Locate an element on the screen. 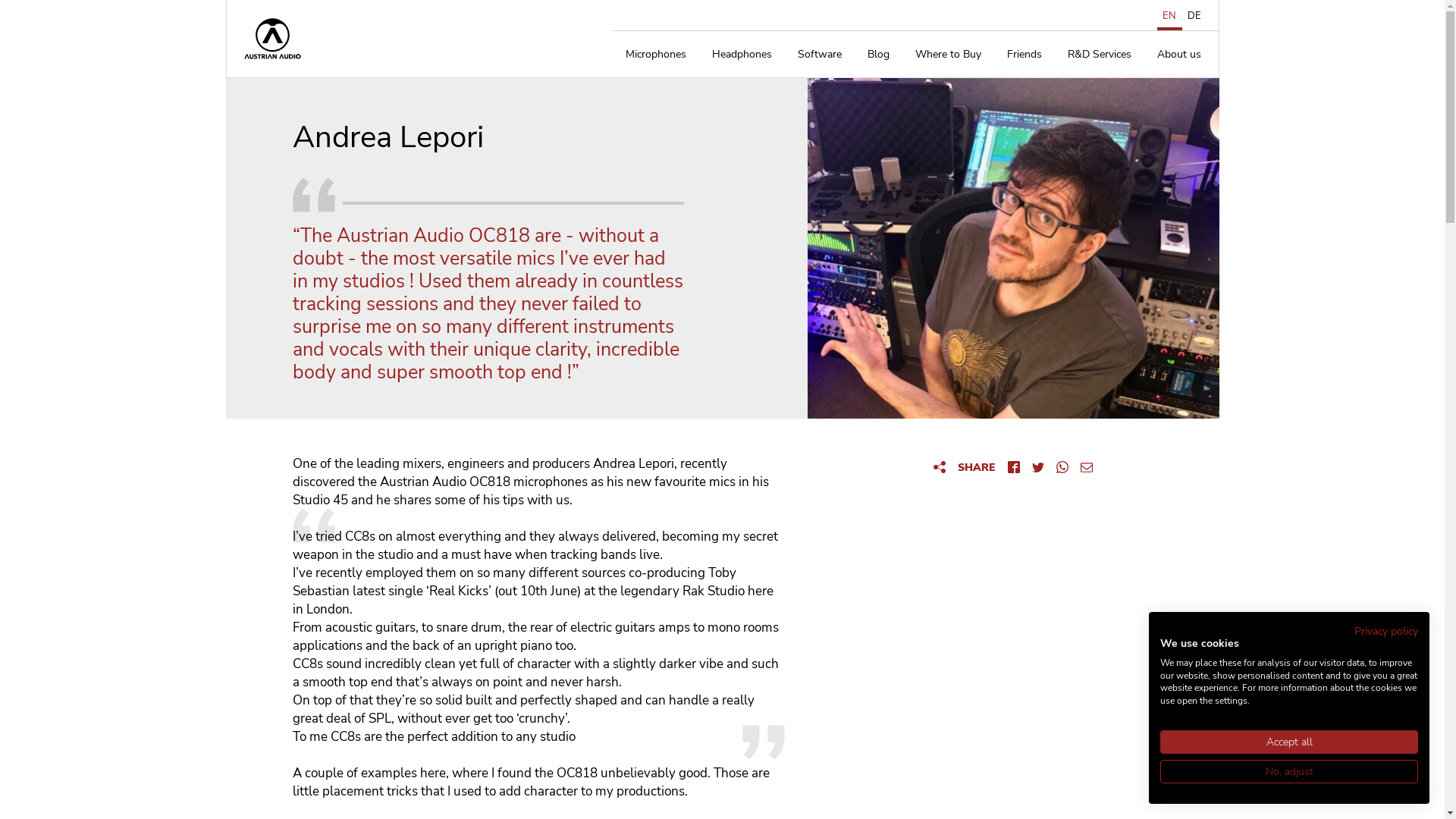 The height and width of the screenshot is (819, 1456). 'DE' is located at coordinates (1181, 15).